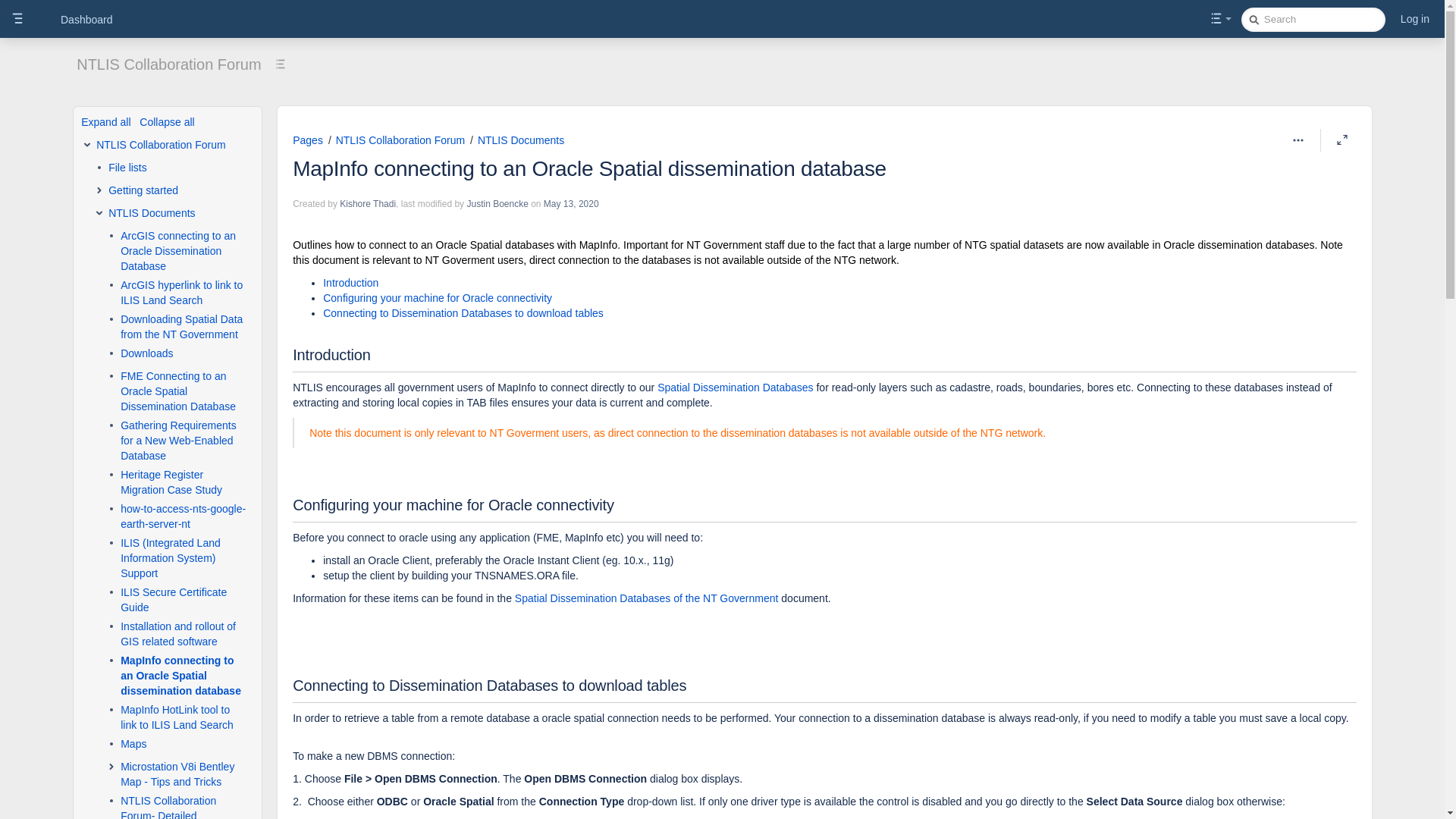  Describe the element at coordinates (152, 213) in the screenshot. I see `'NTLIS Documents'` at that location.